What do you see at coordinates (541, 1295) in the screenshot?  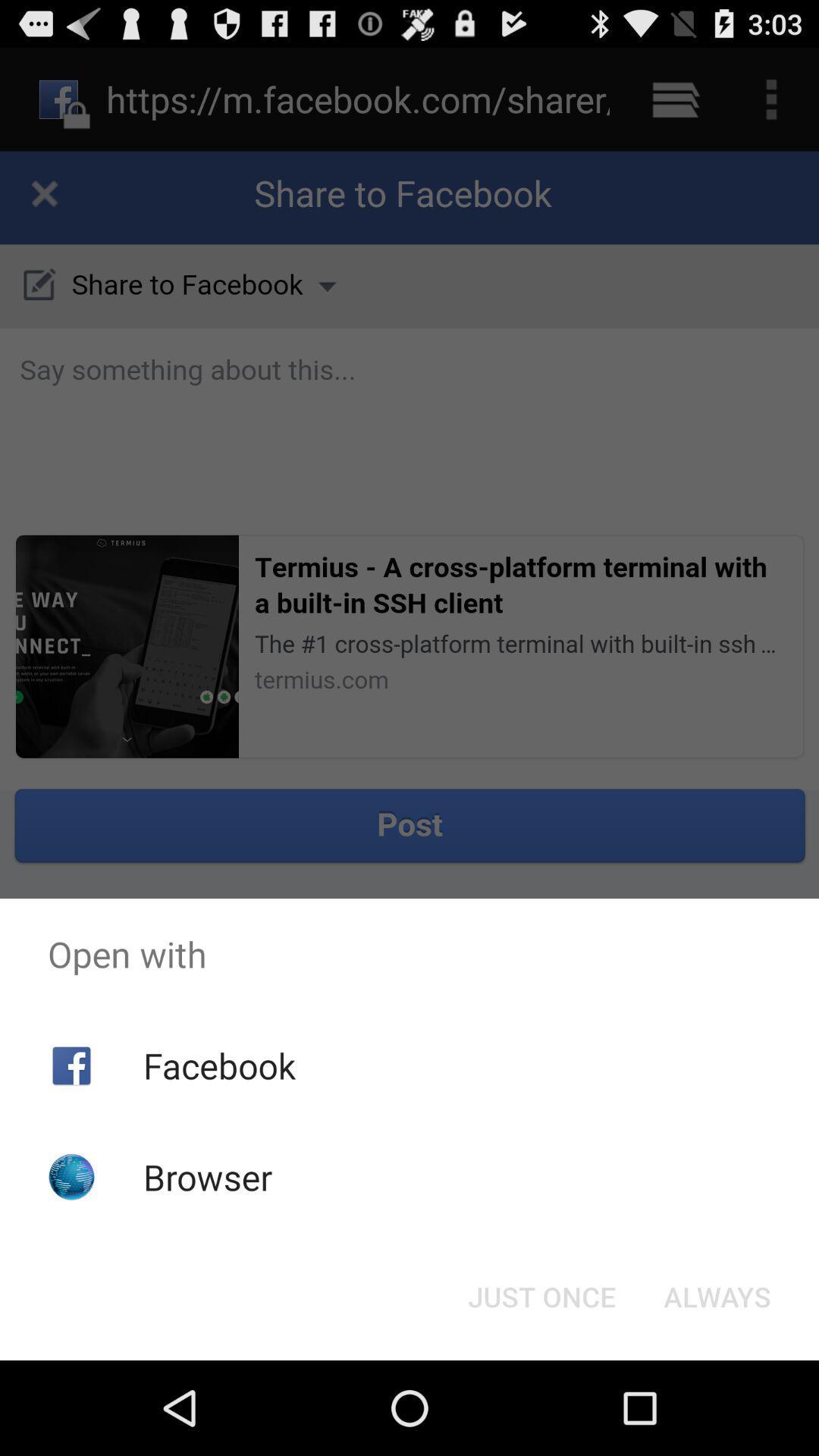 I see `item below the open with` at bounding box center [541, 1295].